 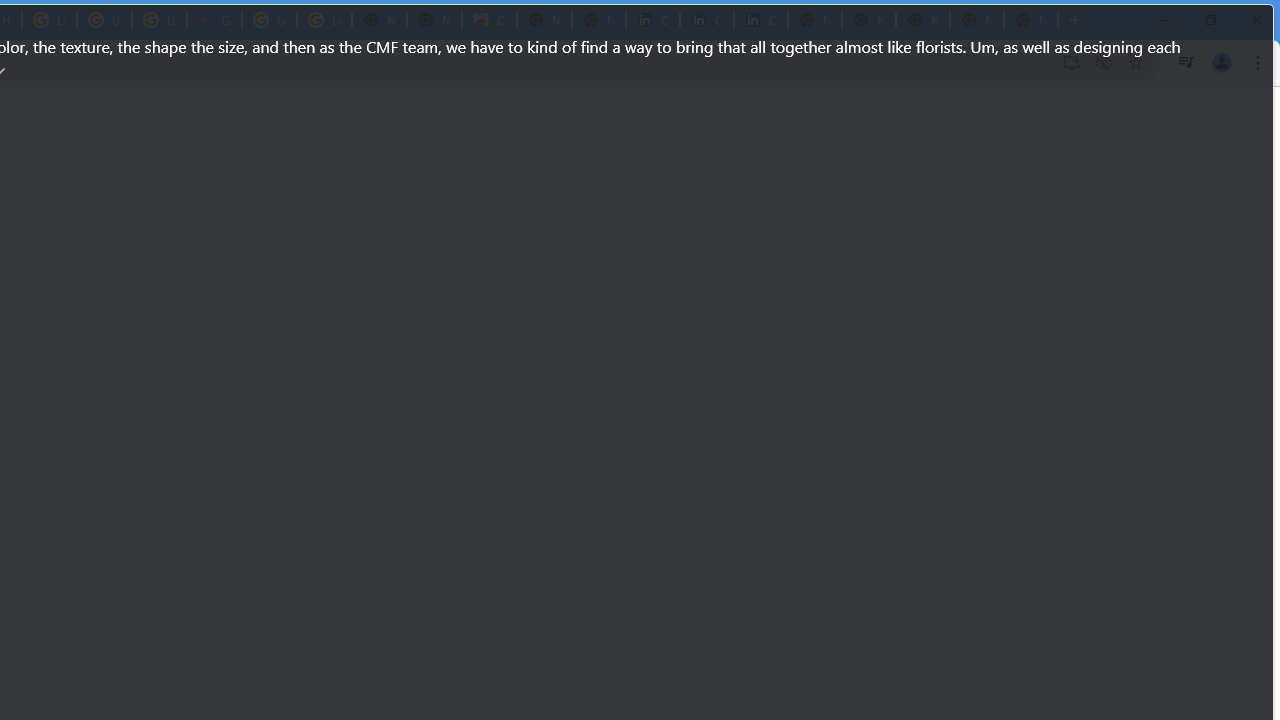 What do you see at coordinates (652, 20) in the screenshot?
I see `'Cookie Policy | LinkedIn'` at bounding box center [652, 20].